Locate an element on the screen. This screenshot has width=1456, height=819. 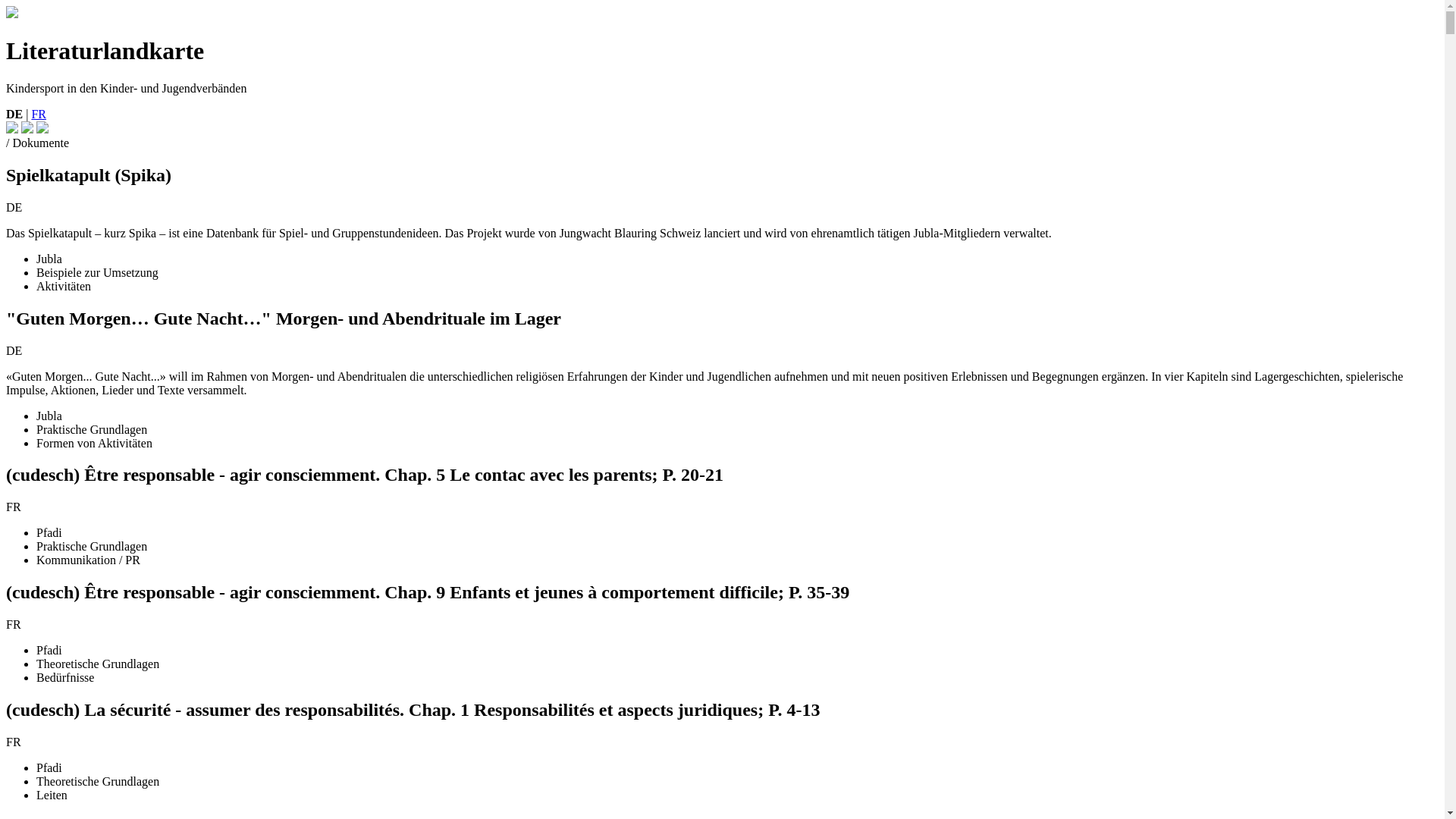
'FR' is located at coordinates (39, 113).